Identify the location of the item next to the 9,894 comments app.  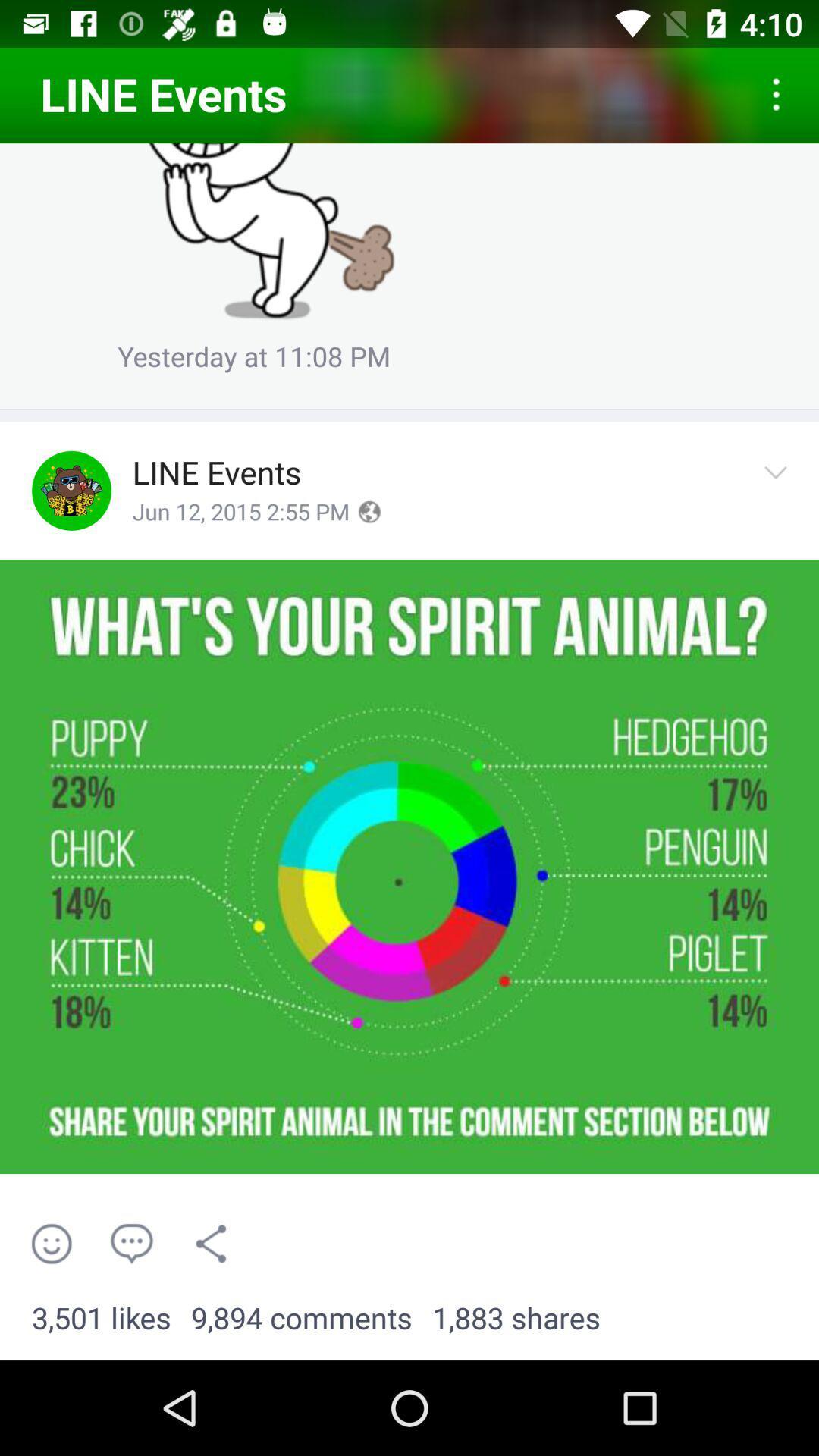
(101, 1318).